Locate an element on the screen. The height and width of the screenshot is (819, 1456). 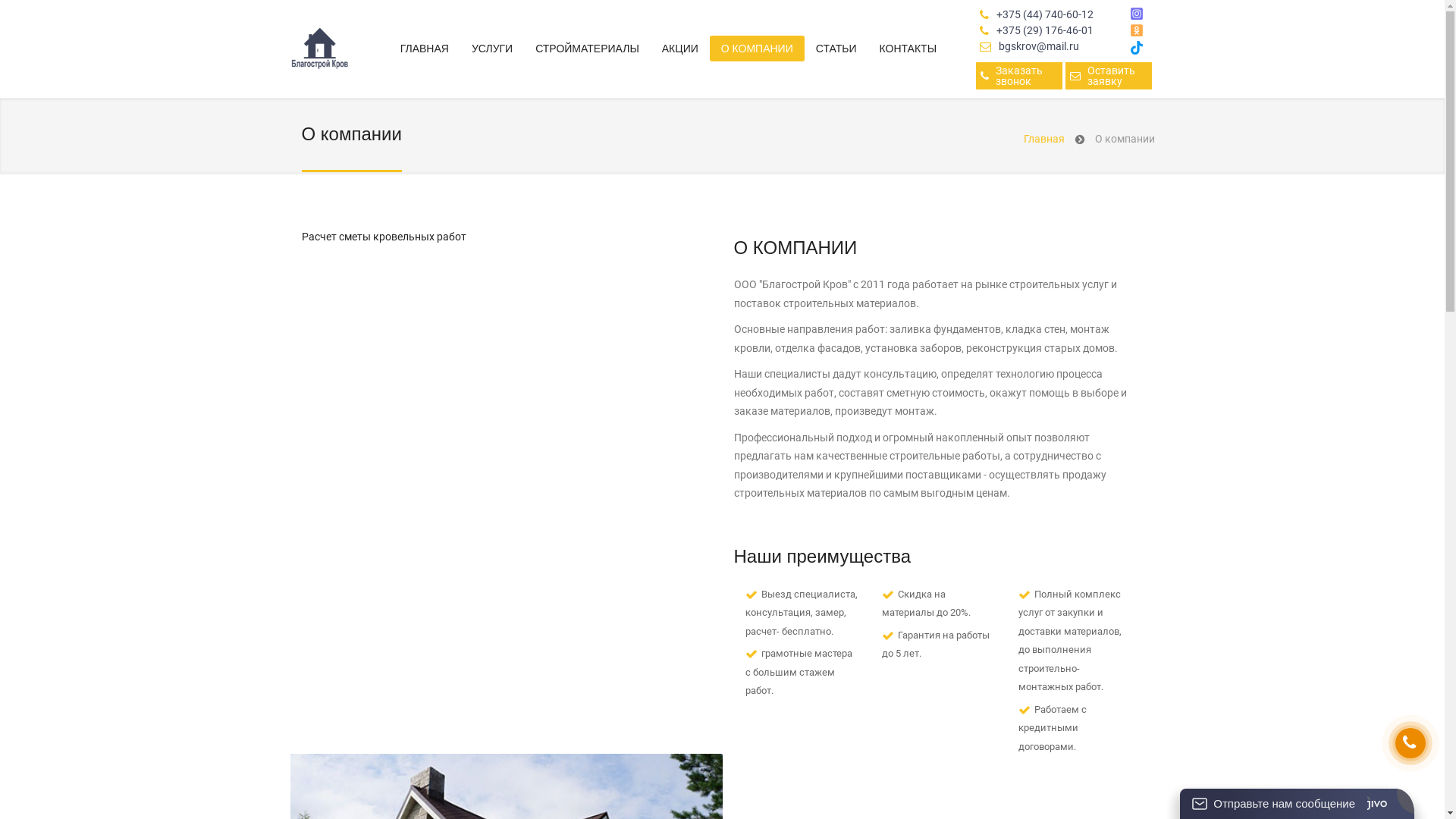
'+375 (44) 740-60-12' is located at coordinates (996, 14).